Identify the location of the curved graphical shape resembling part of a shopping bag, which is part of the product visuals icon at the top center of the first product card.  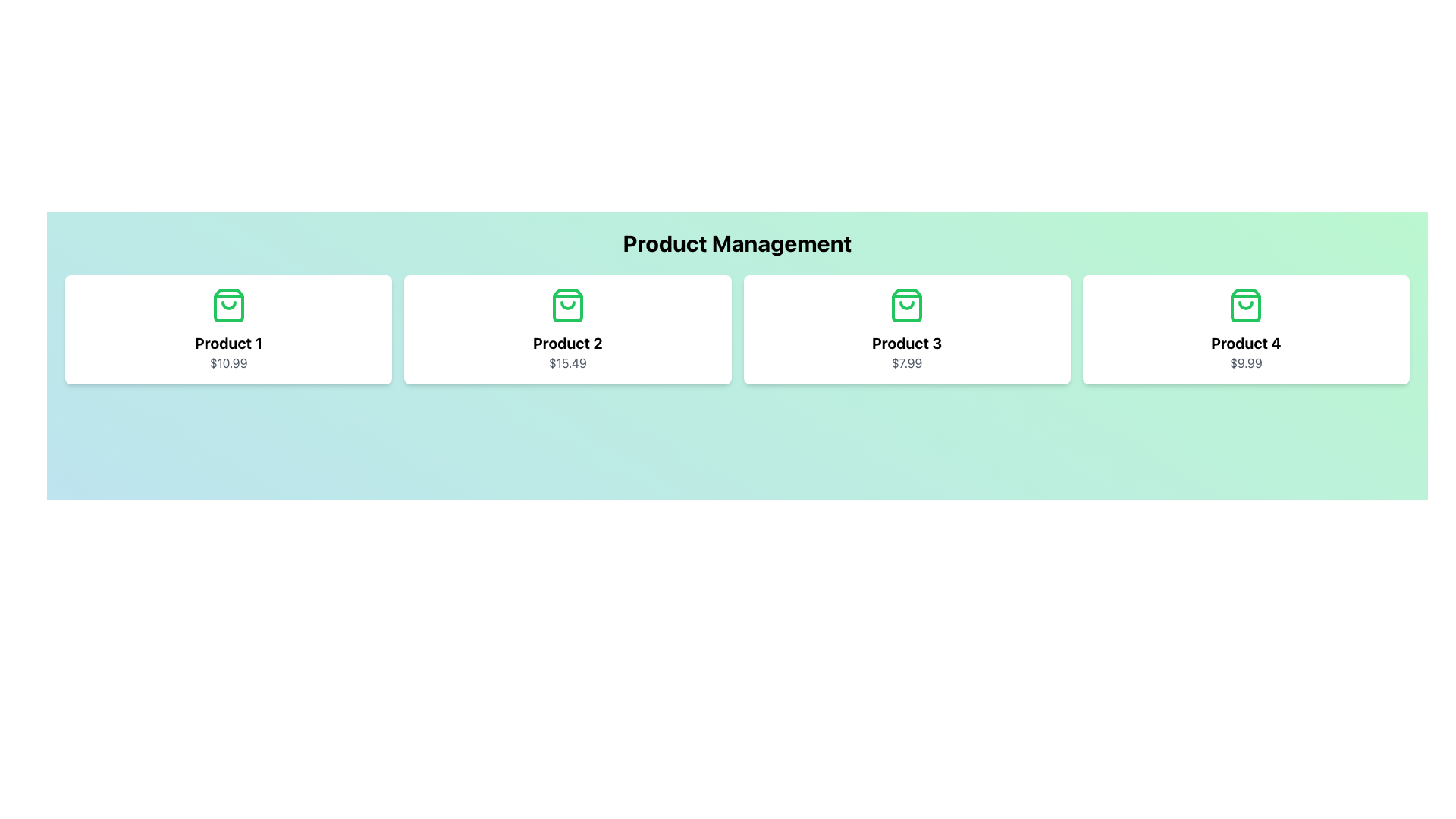
(227, 305).